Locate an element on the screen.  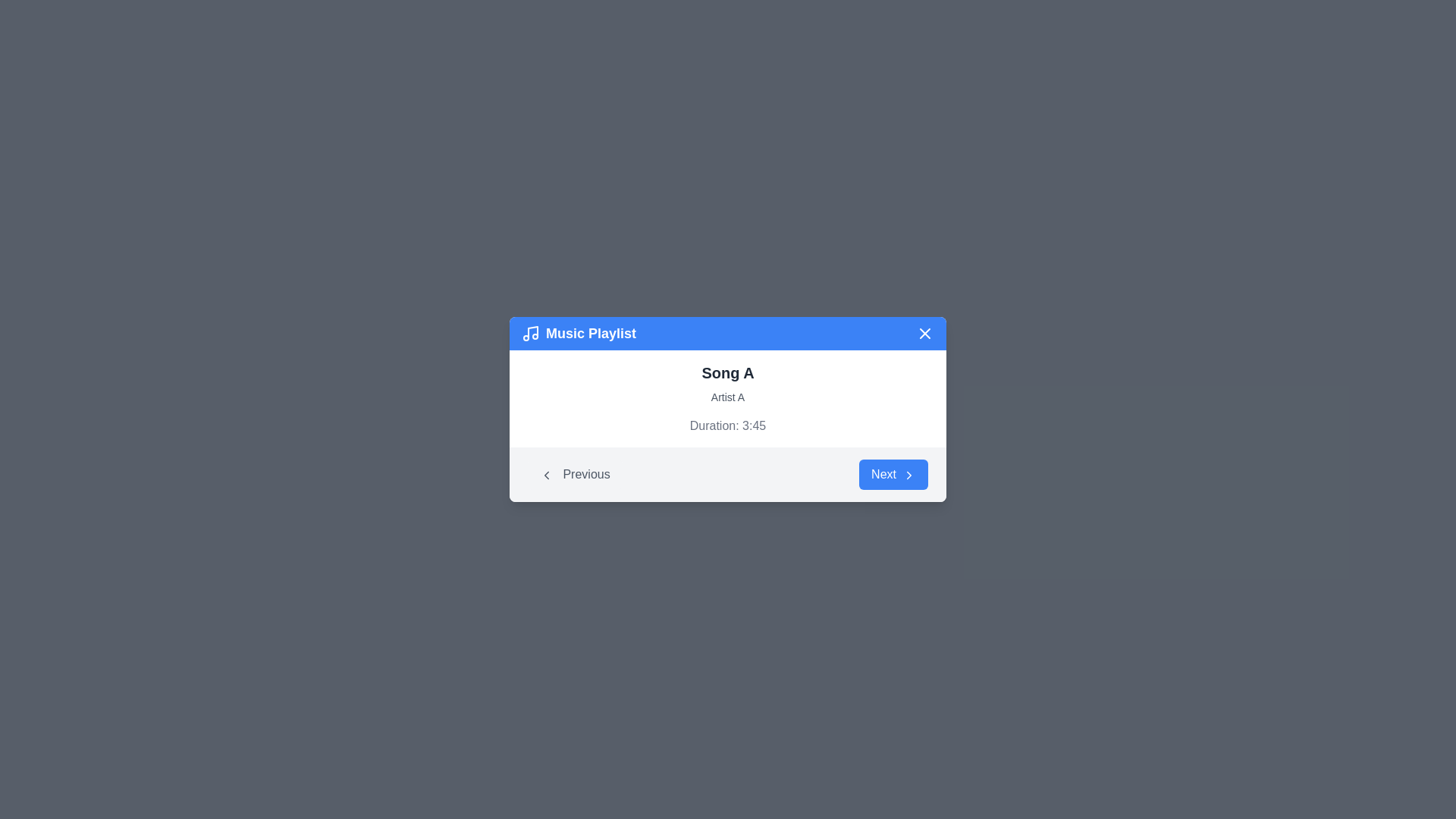
the 'Next' button, which is a bright blue rectangular button with rounded corners and features the text 'Next' in bold white font, located at the bottom-right corner of the modal window is located at coordinates (893, 473).